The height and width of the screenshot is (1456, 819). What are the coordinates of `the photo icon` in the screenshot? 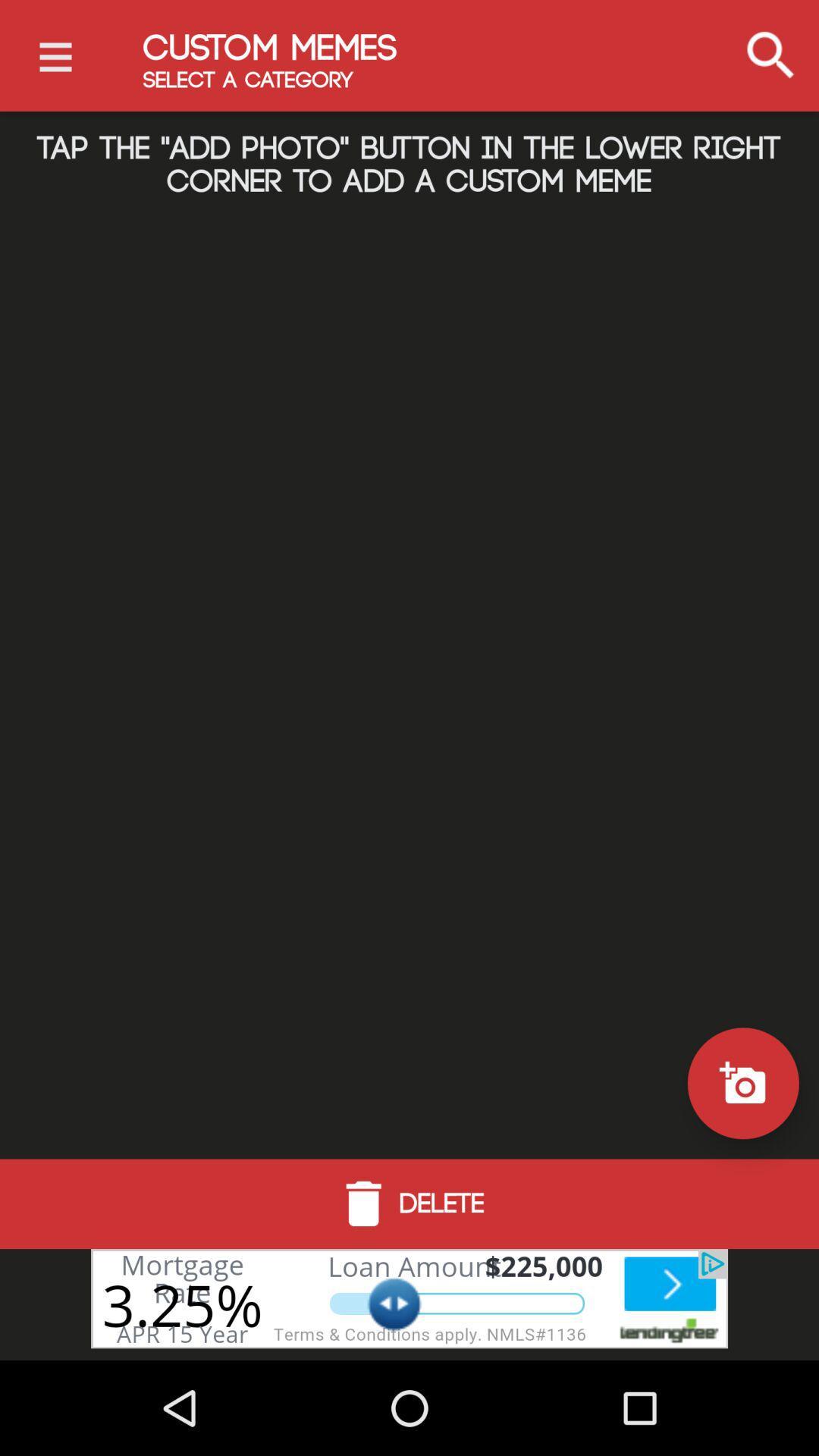 It's located at (742, 1082).